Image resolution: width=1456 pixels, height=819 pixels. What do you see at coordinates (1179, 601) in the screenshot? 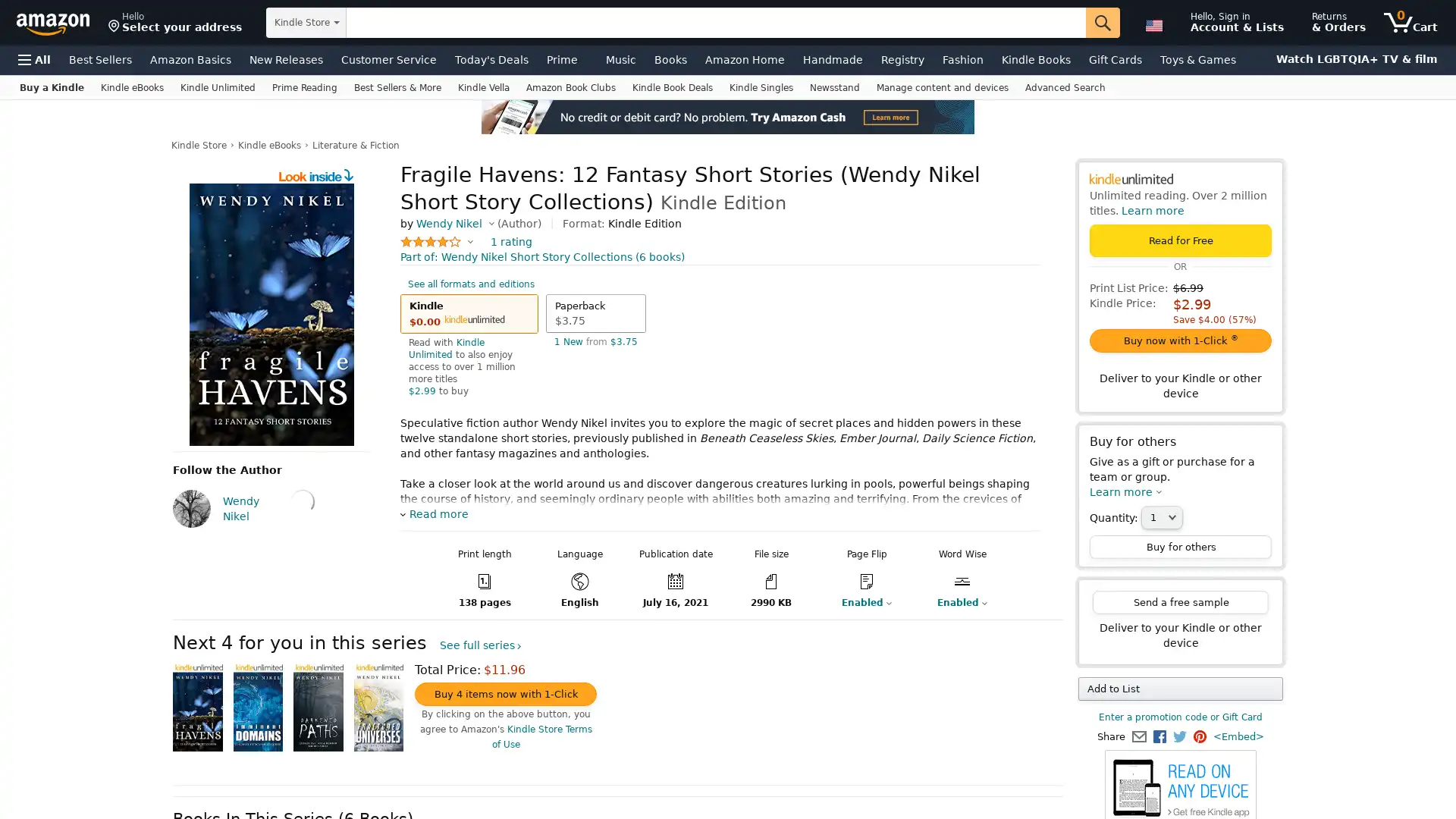
I see `Send a free sample` at bounding box center [1179, 601].